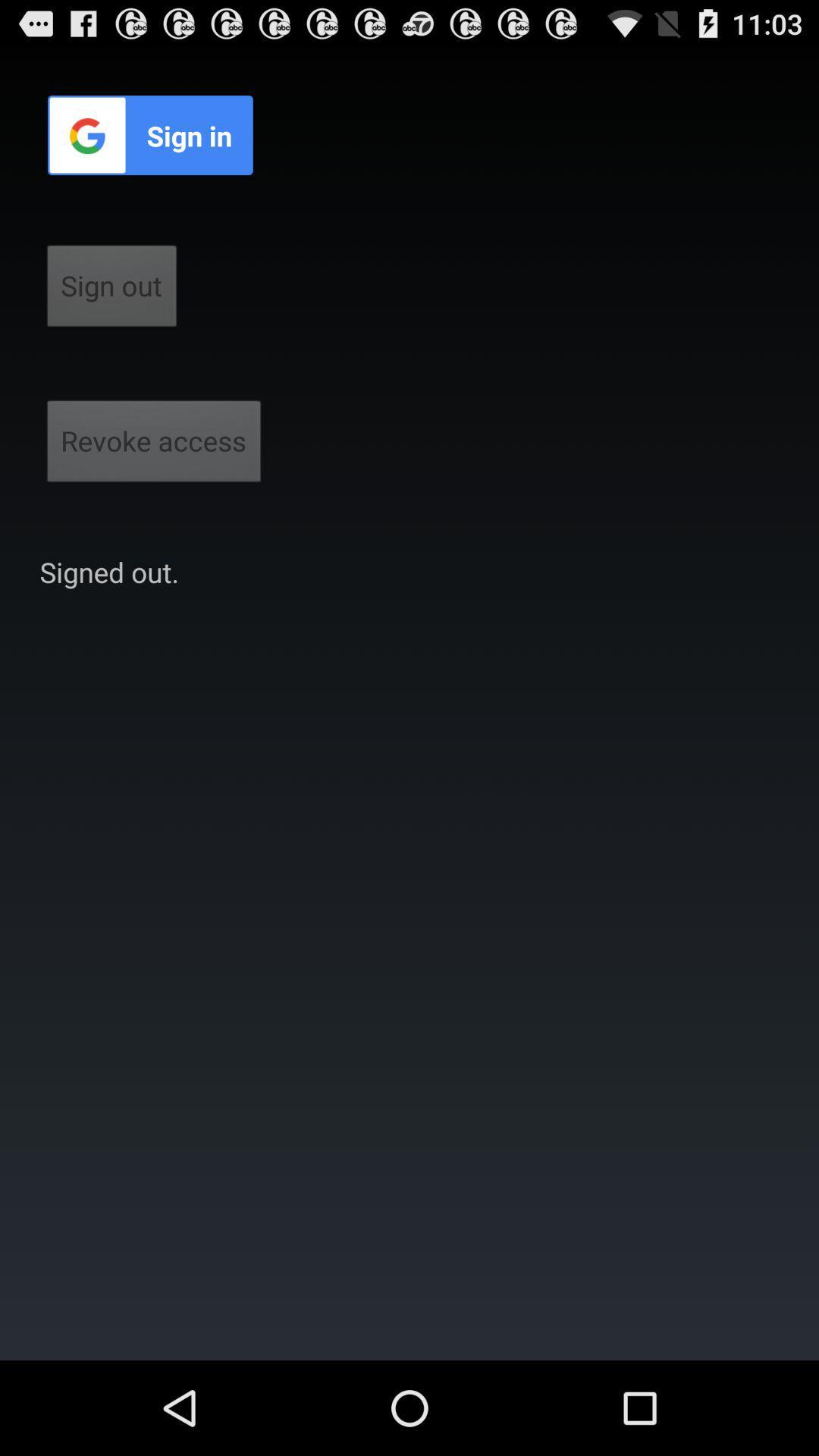 This screenshot has width=819, height=1456. I want to click on revoke access button, so click(154, 445).